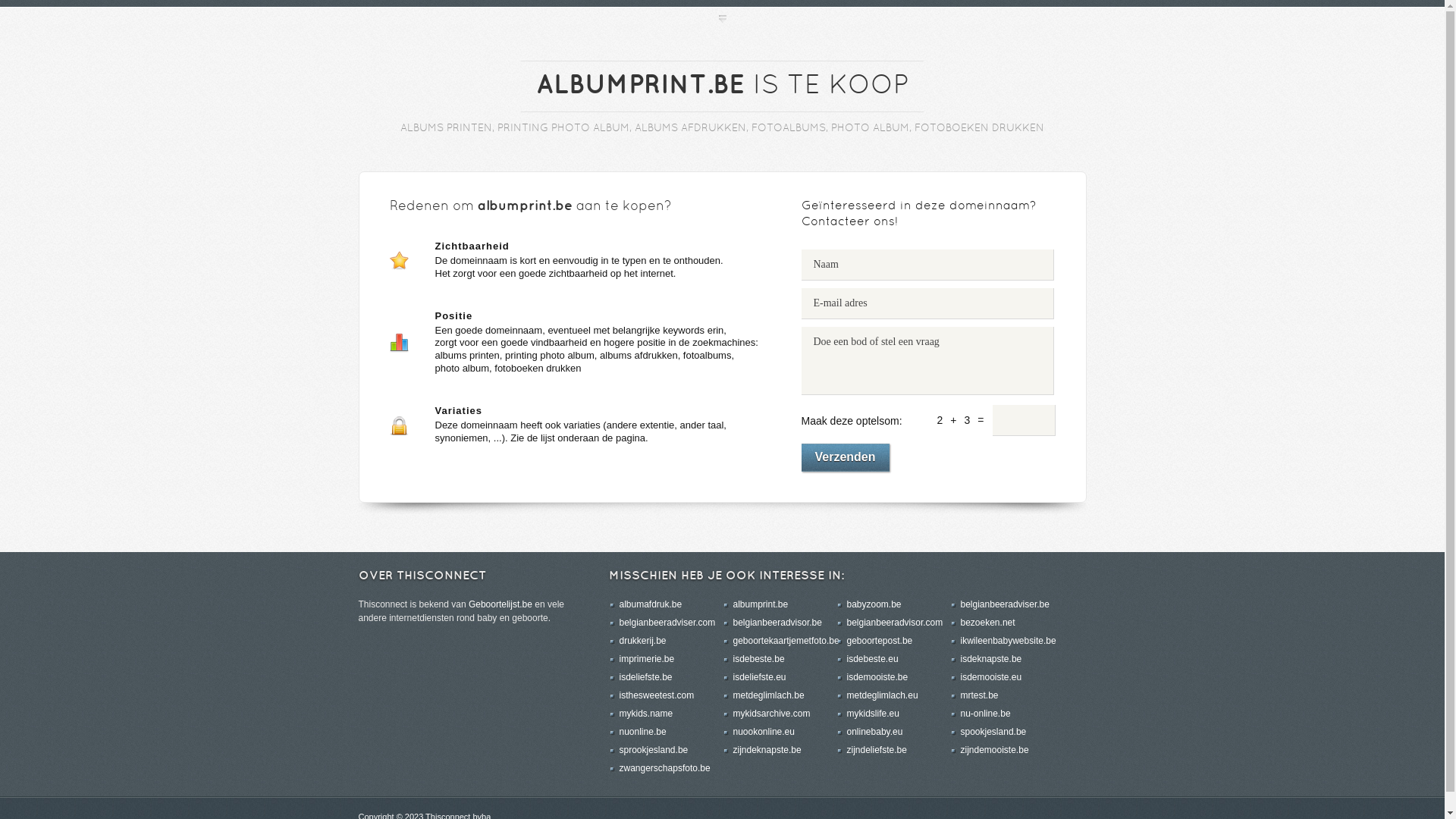 Image resolution: width=1456 pixels, height=819 pixels. Describe the element at coordinates (786, 640) in the screenshot. I see `'geboortekaartjemetfoto.be'` at that location.